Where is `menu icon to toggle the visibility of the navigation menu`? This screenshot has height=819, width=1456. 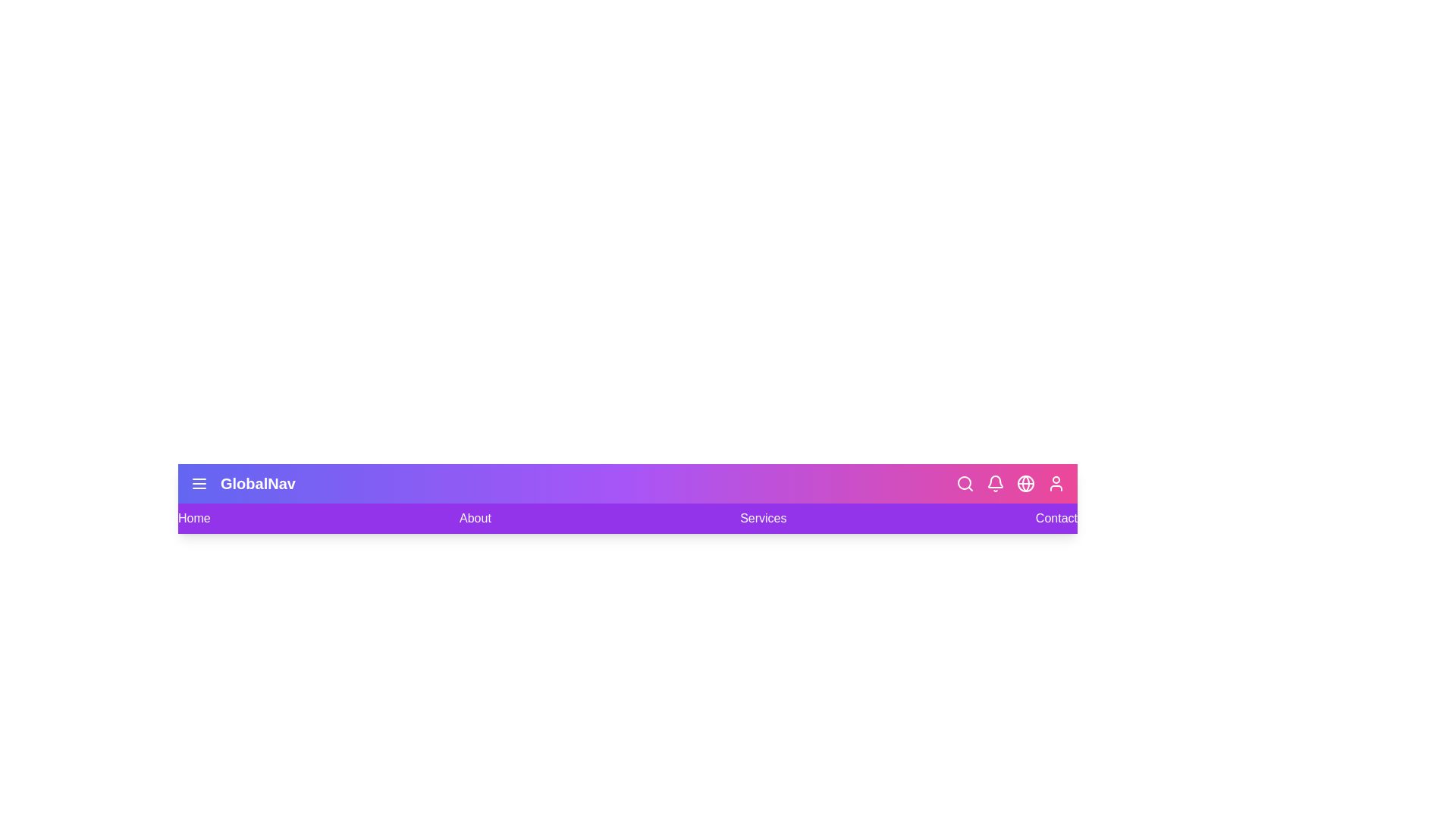 menu icon to toggle the visibility of the navigation menu is located at coordinates (199, 483).